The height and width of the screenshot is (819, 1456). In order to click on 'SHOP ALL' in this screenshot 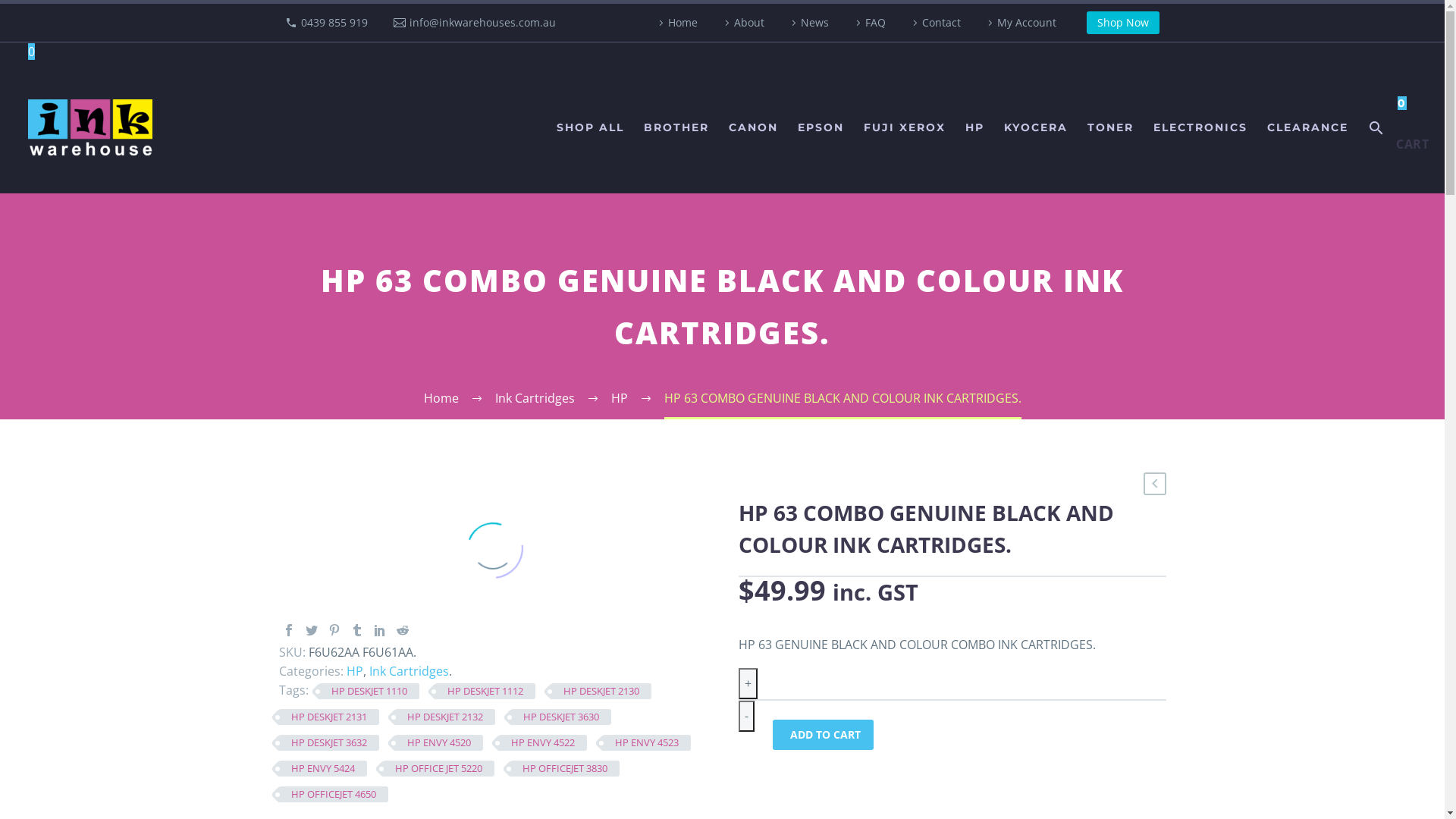, I will do `click(589, 127)`.